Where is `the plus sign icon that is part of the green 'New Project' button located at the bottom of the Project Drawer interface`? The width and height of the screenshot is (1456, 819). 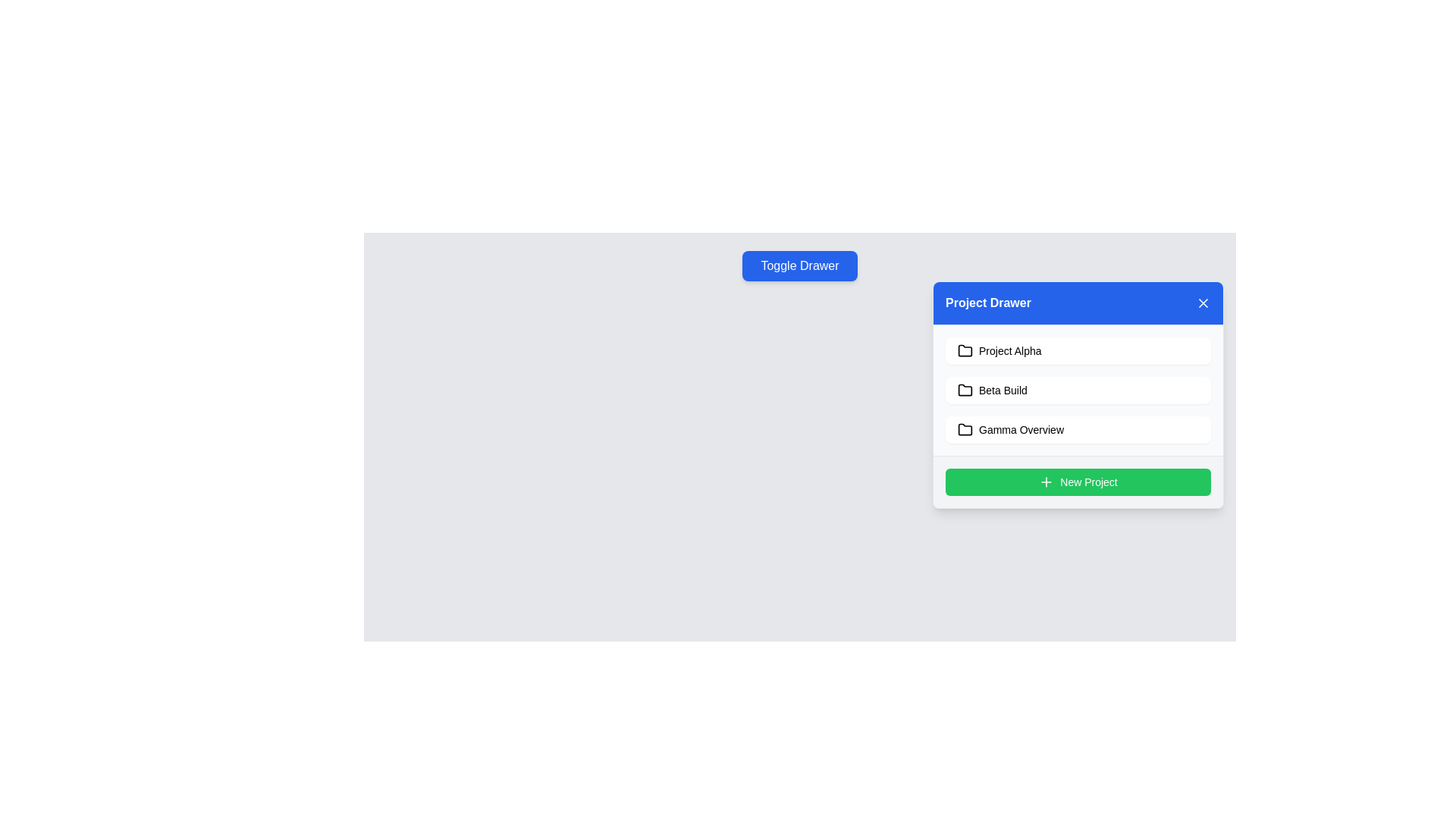 the plus sign icon that is part of the green 'New Project' button located at the bottom of the Project Drawer interface is located at coordinates (1046, 482).